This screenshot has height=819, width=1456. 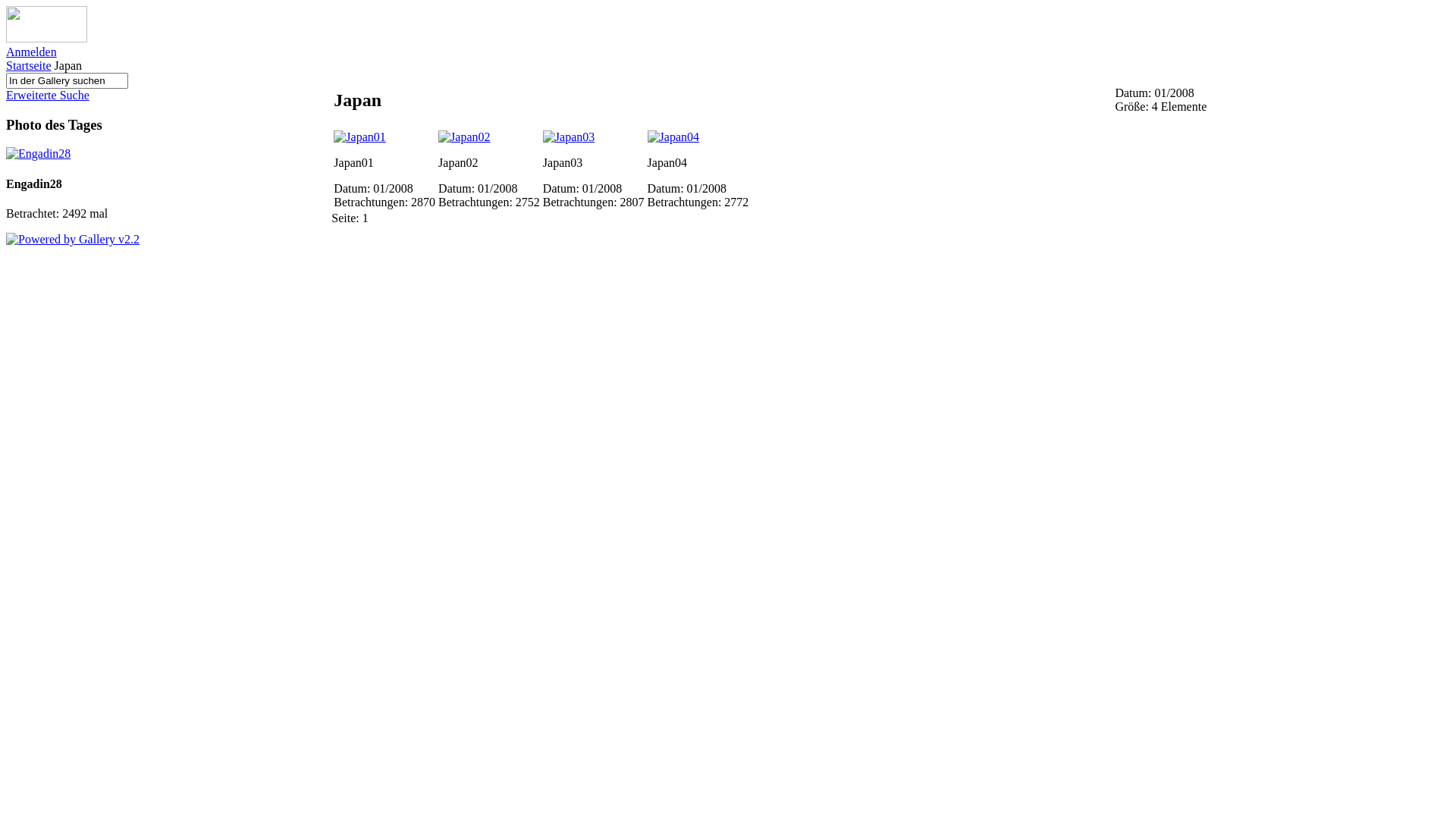 I want to click on 'Erweiterte Suche', so click(x=47, y=95).